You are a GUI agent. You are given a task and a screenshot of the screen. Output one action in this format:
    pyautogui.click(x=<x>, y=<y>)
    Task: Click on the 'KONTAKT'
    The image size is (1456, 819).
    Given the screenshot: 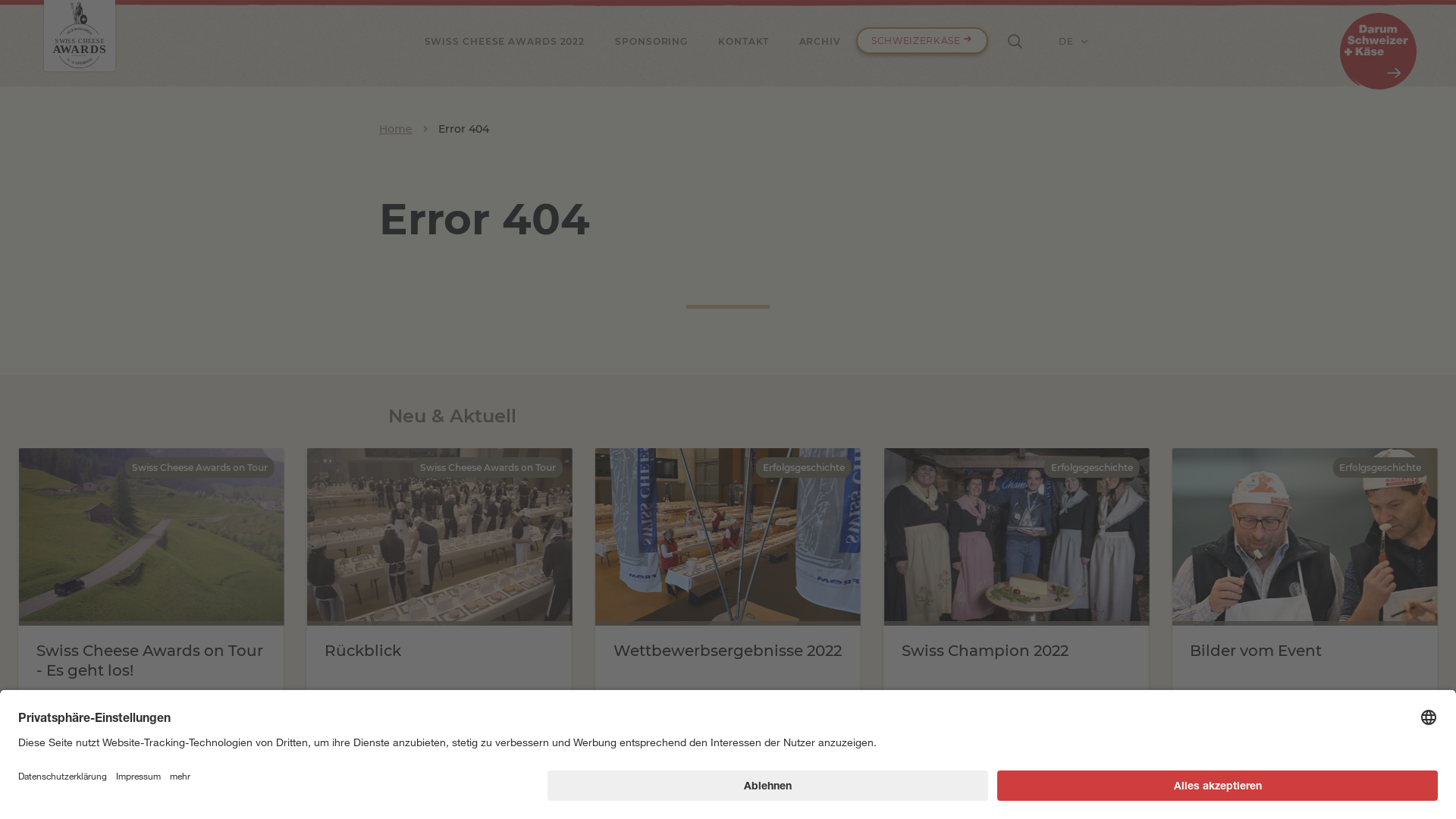 What is the action you would take?
    pyautogui.click(x=709, y=40)
    